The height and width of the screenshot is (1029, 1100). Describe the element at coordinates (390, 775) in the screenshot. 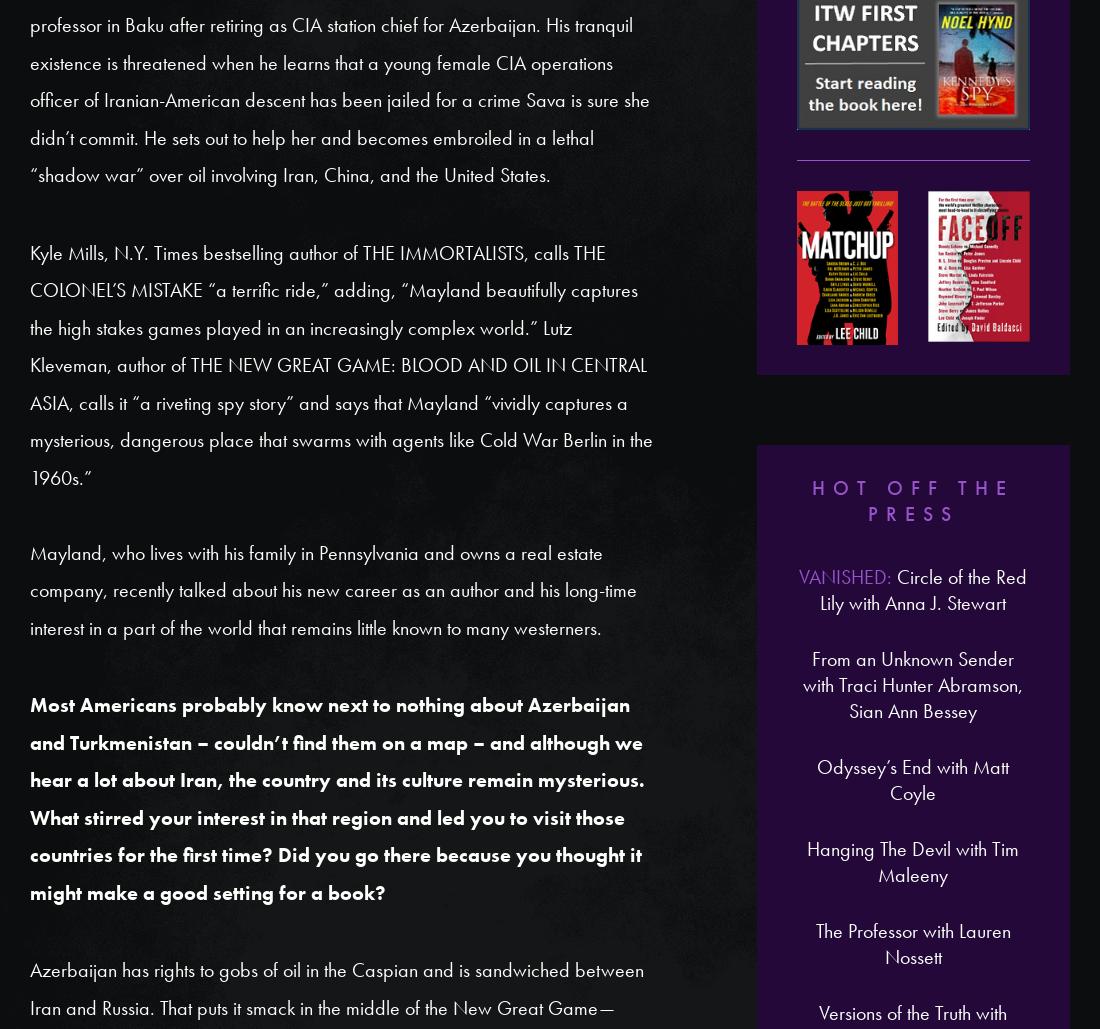

I see `'Sandra Parshall is the author of the Rachel Goddard mystery/suspense series. Her latest title is POISONED GROUND. Visit her website at'` at that location.